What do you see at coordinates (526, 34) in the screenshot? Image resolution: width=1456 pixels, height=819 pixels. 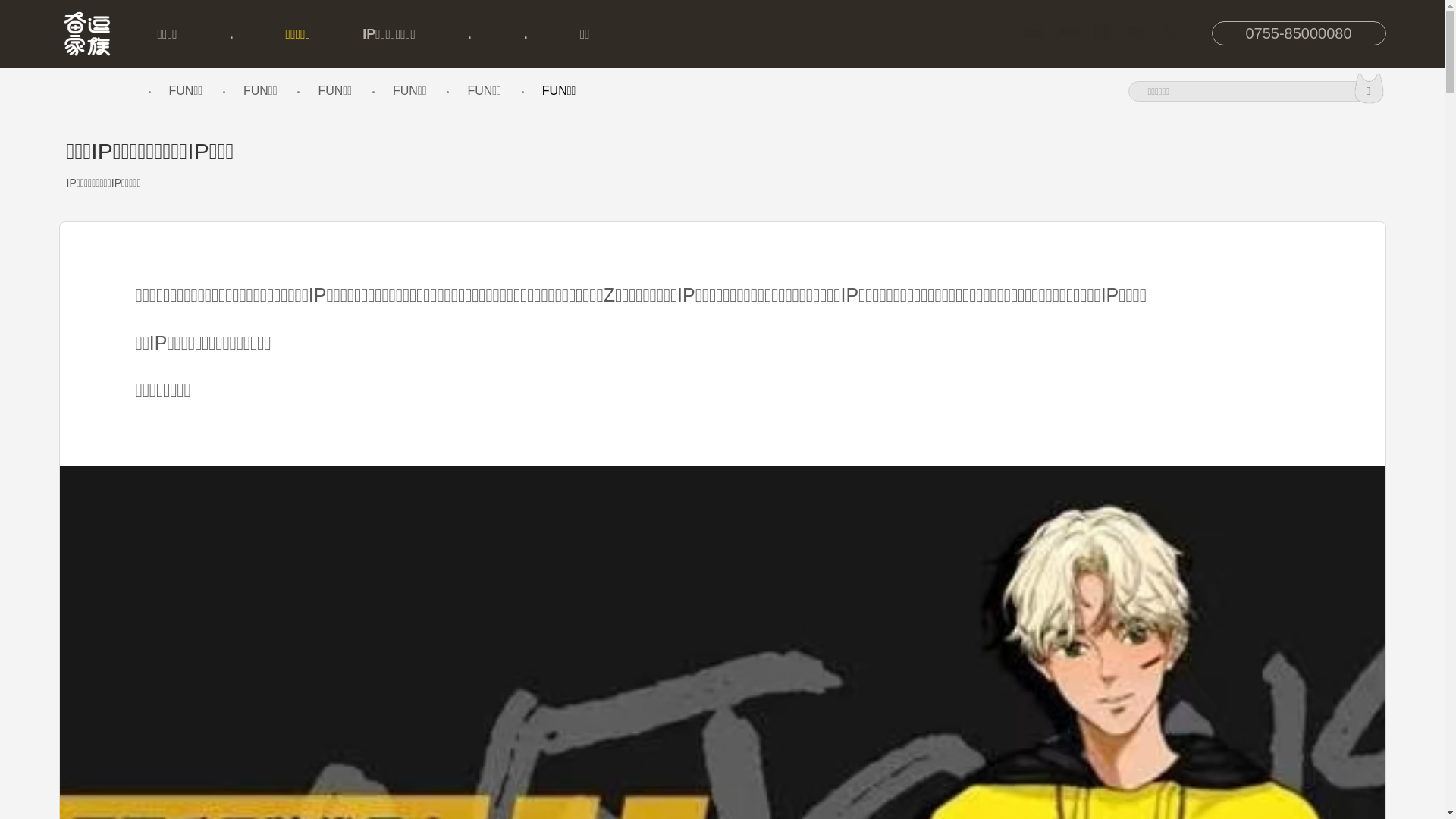 I see `'.'` at bounding box center [526, 34].